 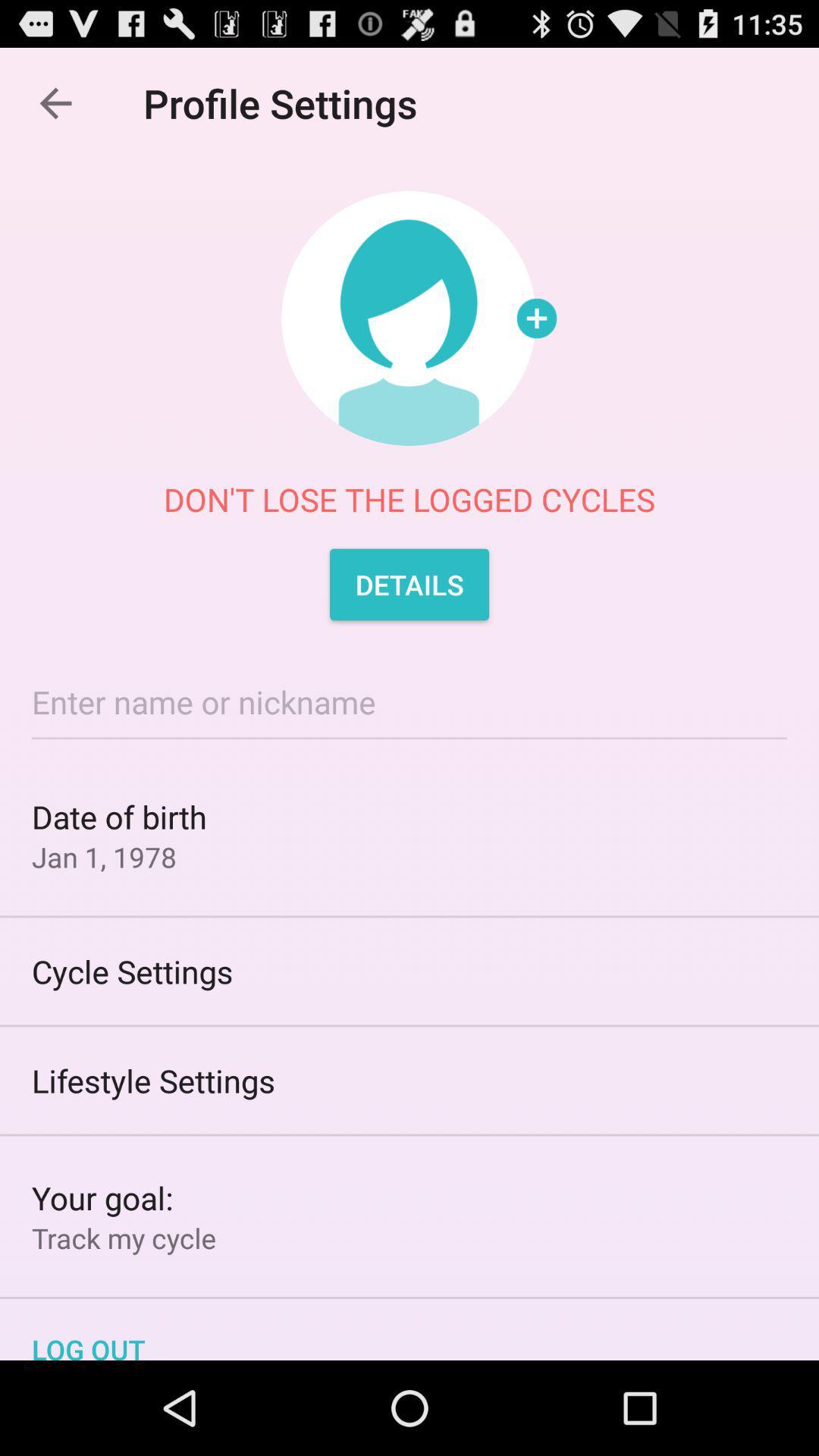 I want to click on the profile settings item, so click(x=288, y=102).